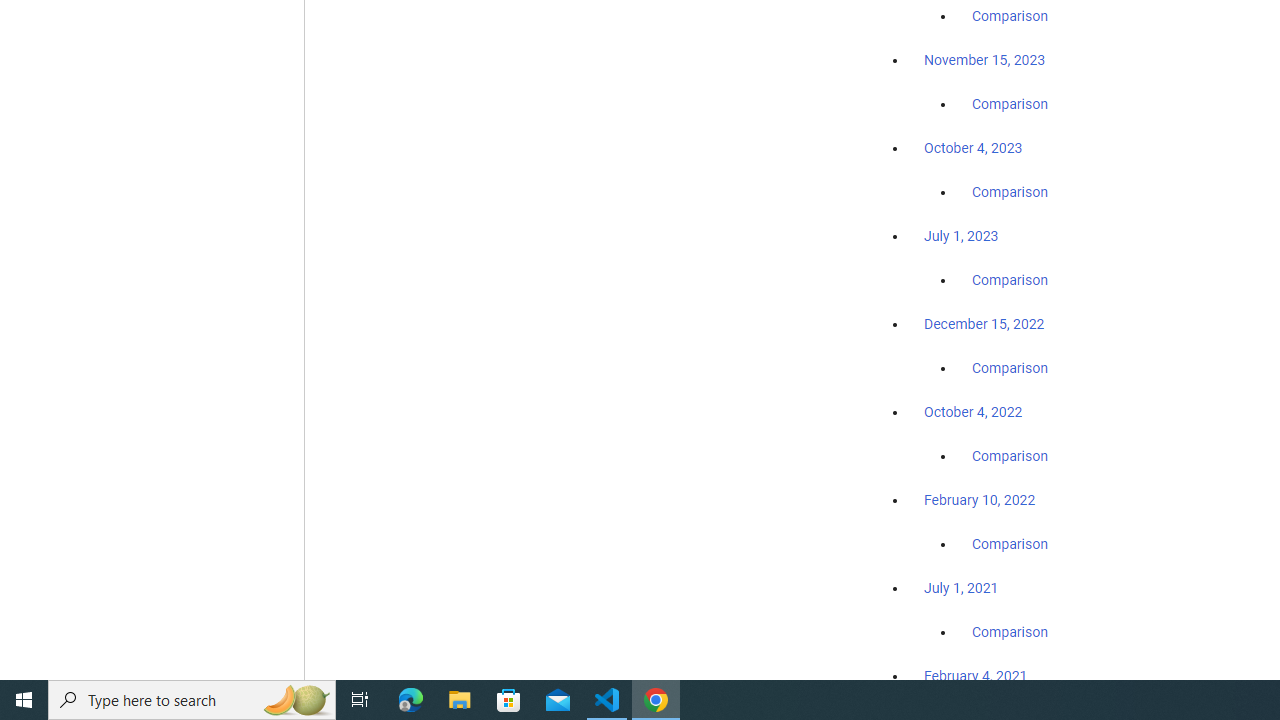 This screenshot has height=720, width=1280. Describe the element at coordinates (192, 698) in the screenshot. I see `'Type here to search'` at that location.